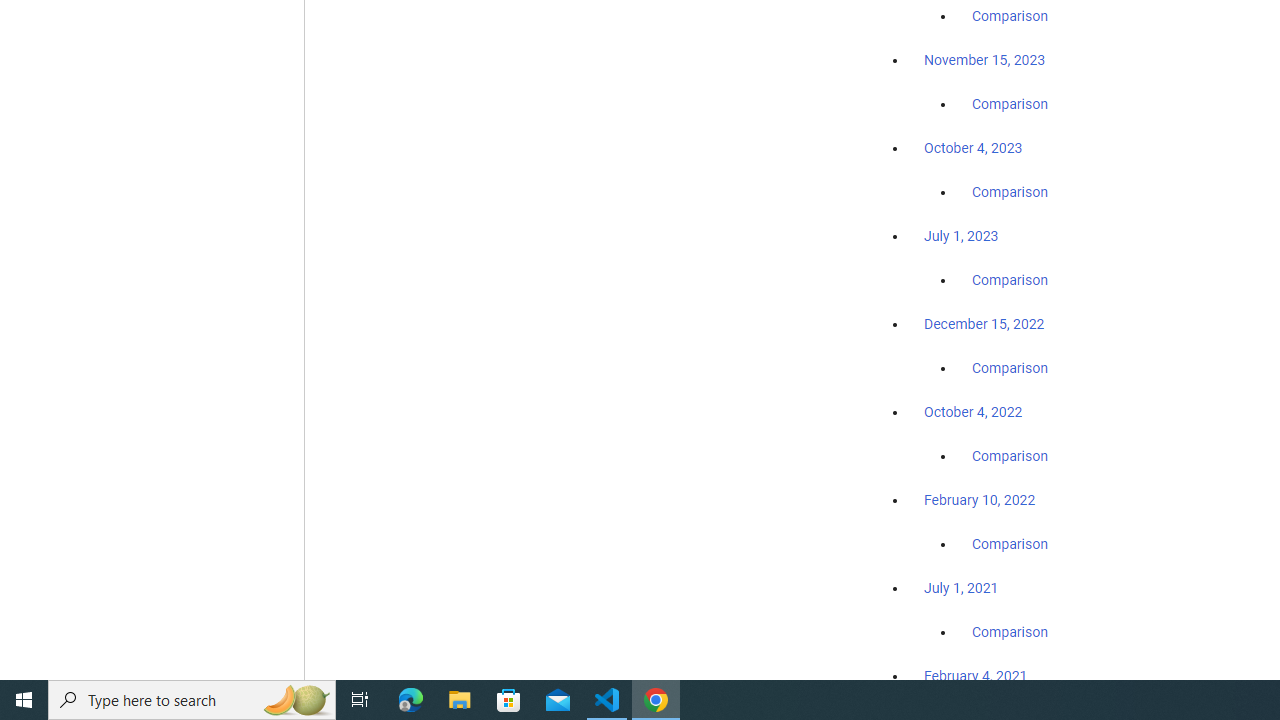 This screenshot has height=720, width=1280. Describe the element at coordinates (192, 698) in the screenshot. I see `'Type here to search'` at that location.